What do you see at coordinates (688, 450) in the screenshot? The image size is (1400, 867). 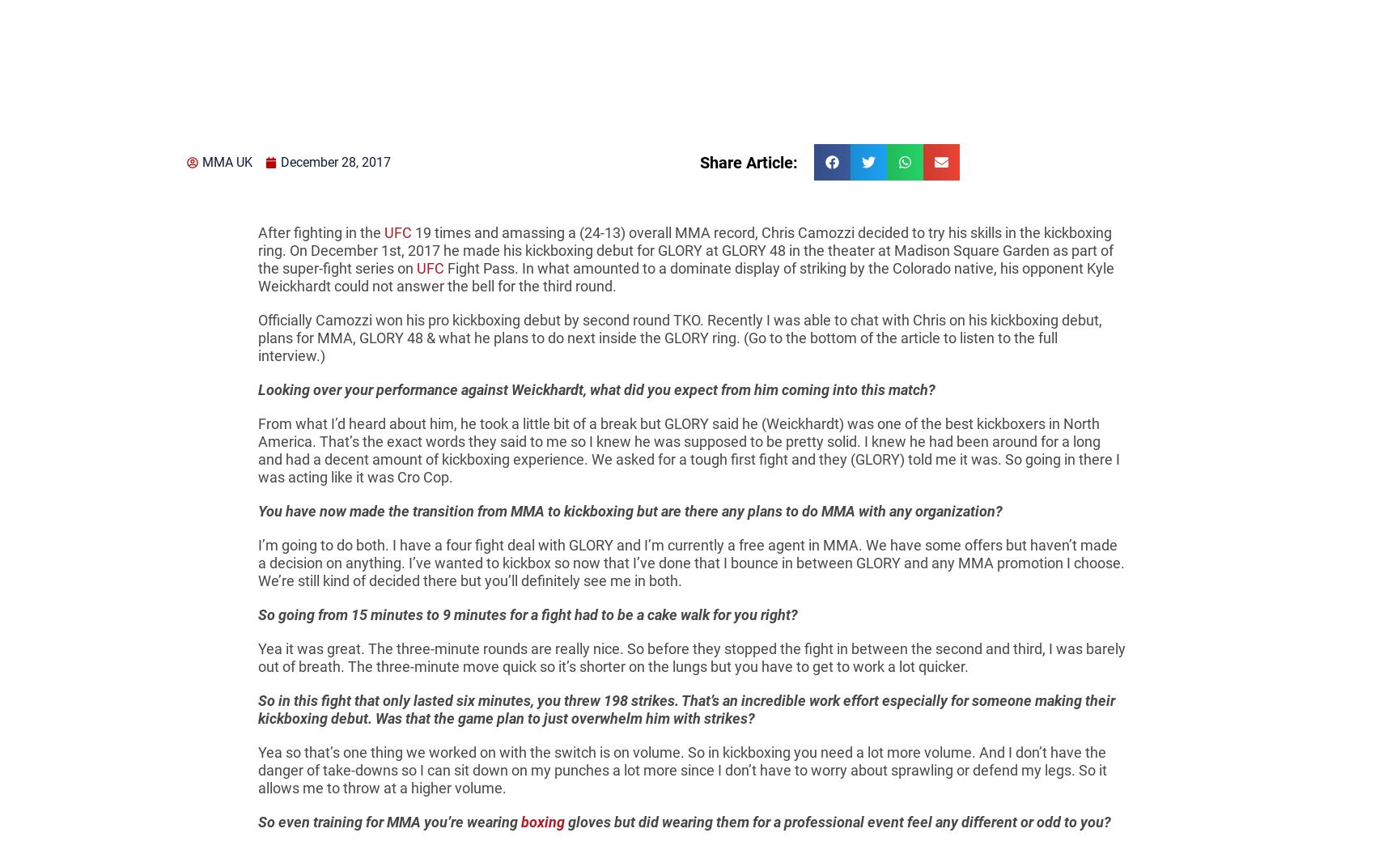 I see `'From what I’d heard about him, he took a little bit of a break but GLORY said he (Weickhardt) was one of the best kickboxers in North America. That’s the exact words they said to me so I knew he was supposed to be pretty solid. I knew he had been around for a long and had a decent amount of kickboxing experience. We asked for a tough first fight and they (GLORY) told me it was. So going in there I was acting like it was Cro Cop.'` at bounding box center [688, 450].